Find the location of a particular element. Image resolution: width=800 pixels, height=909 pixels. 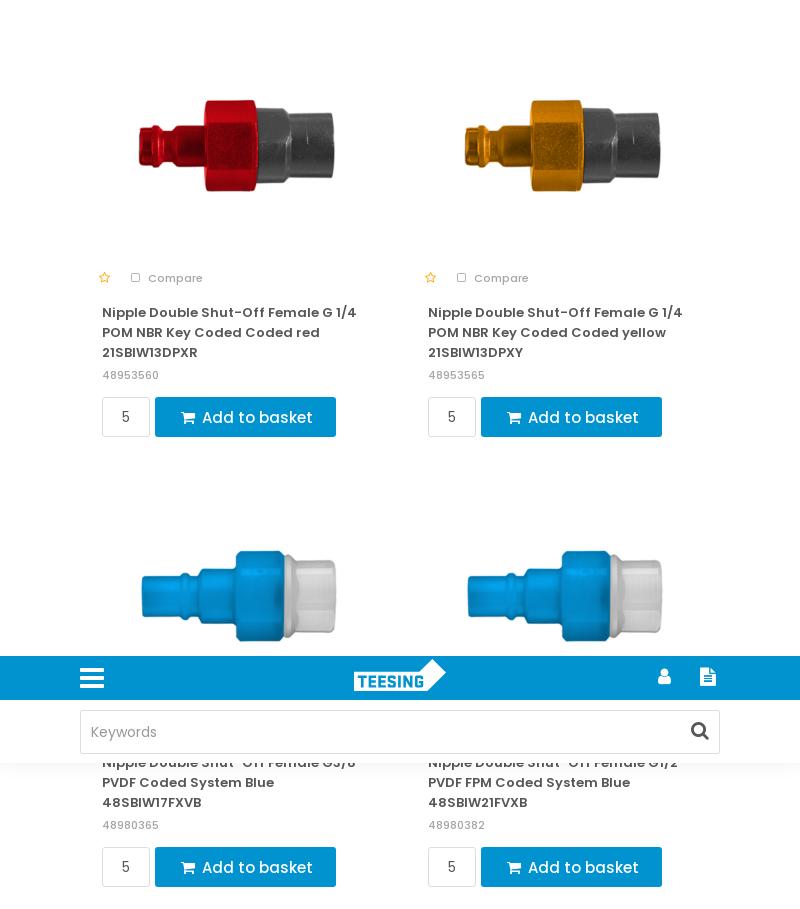

'Copyright © 2023 Teesing BV' is located at coordinates (90, 113).